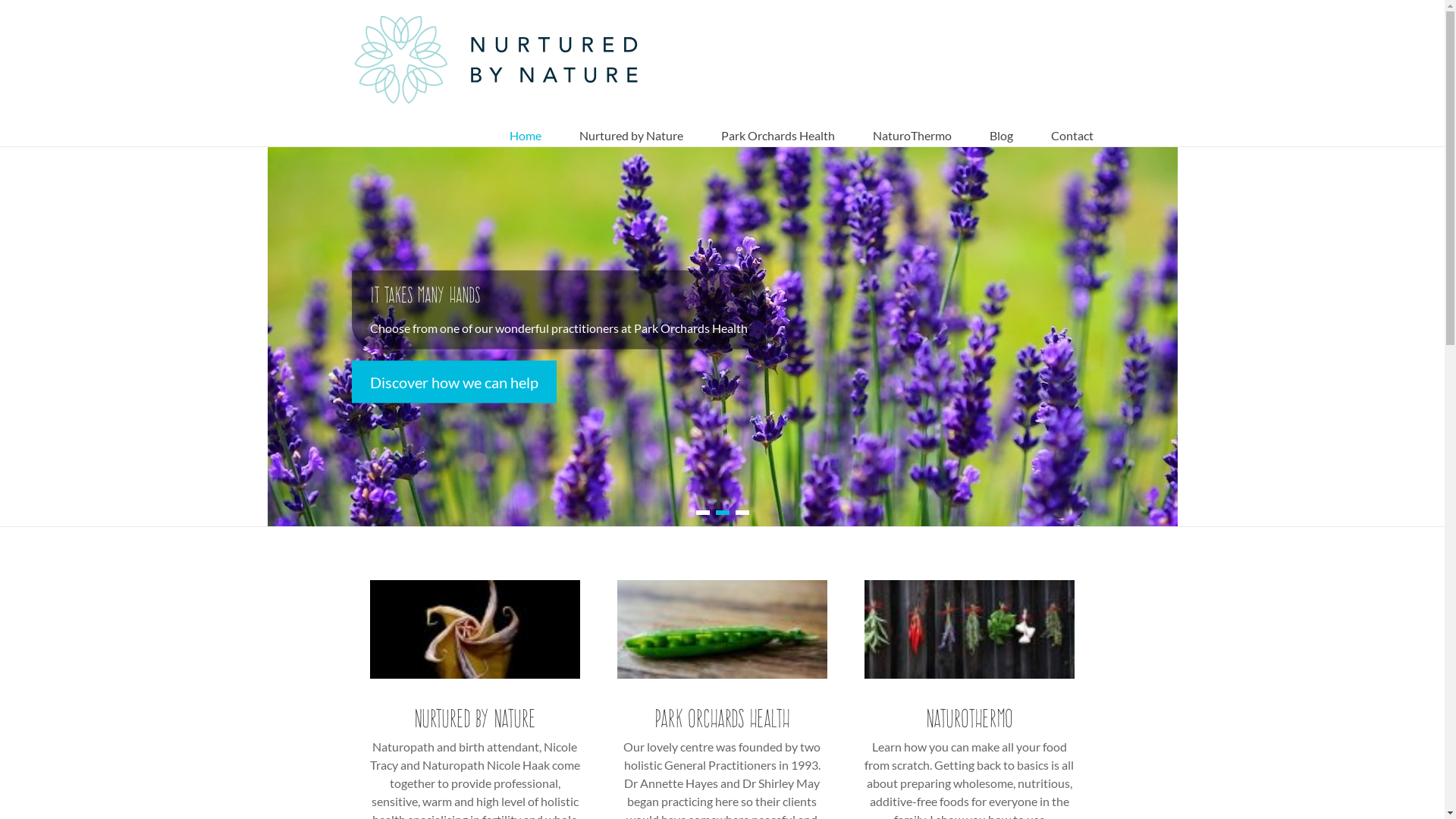  I want to click on 'Blog', so click(989, 122).